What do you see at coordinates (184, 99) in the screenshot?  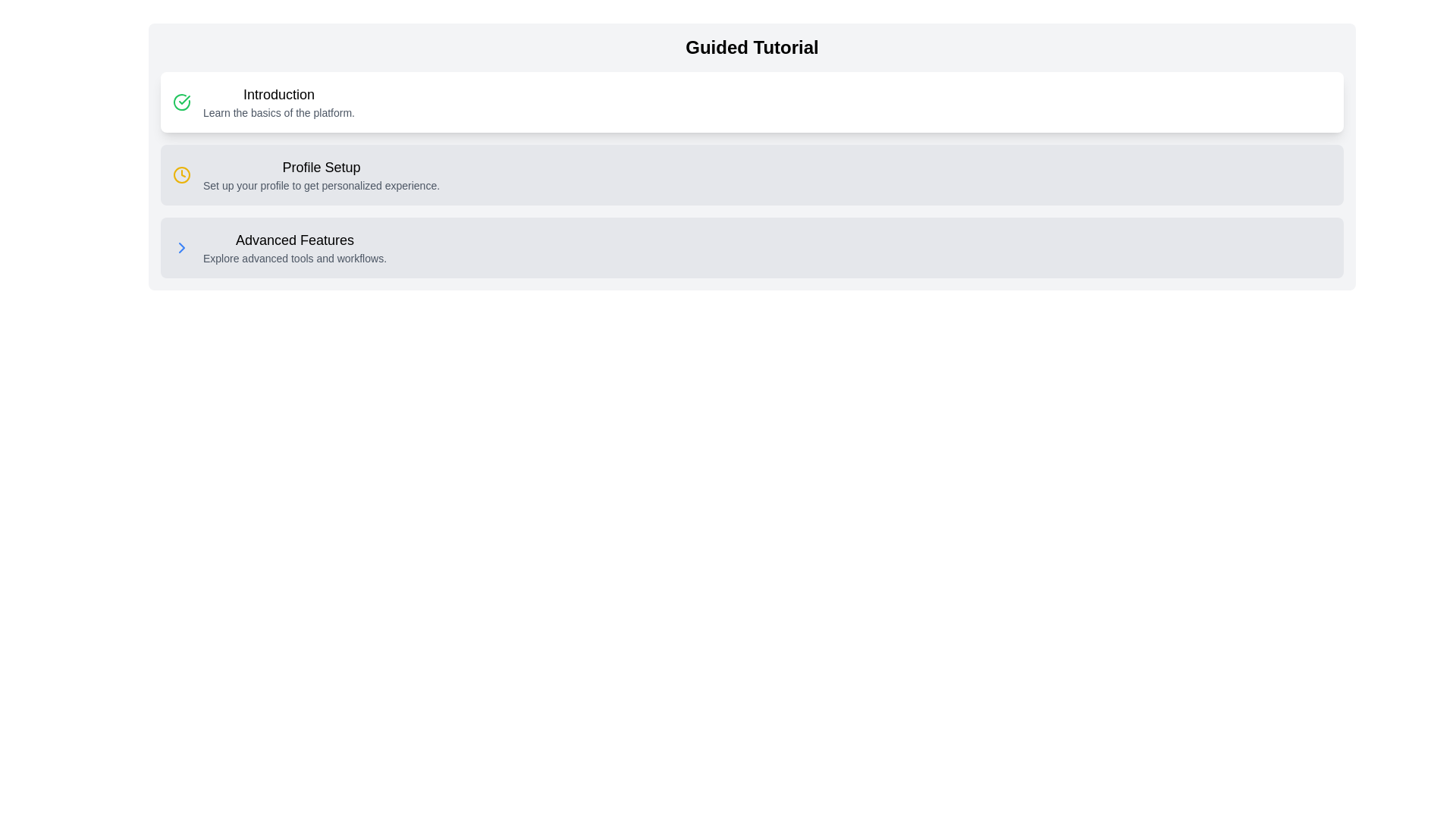 I see `the Vector graphic icon (checkmark) located within the green circular icon next to the 'Introduction' entry in the 'Guided Tutorial' interface` at bounding box center [184, 99].